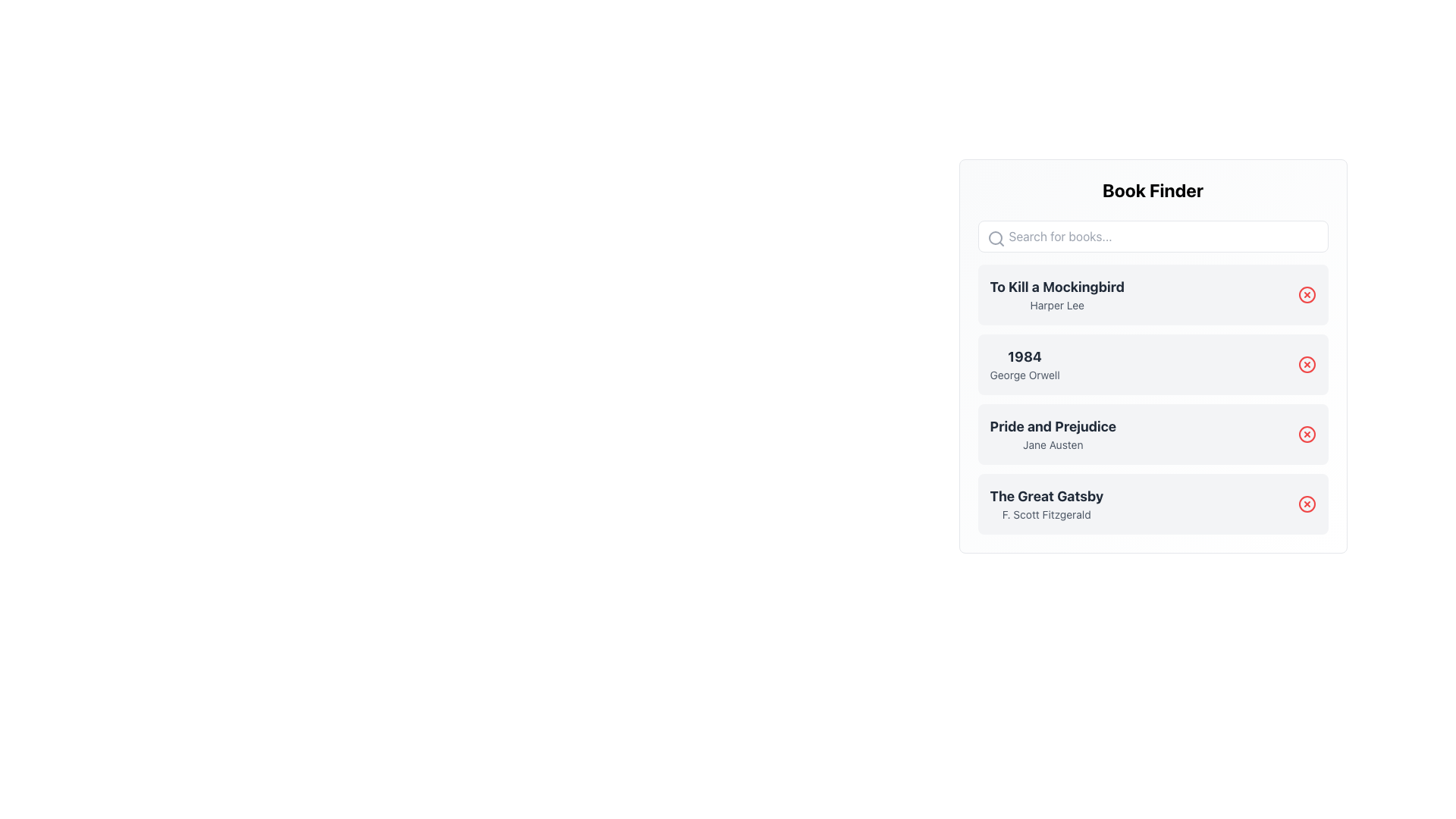 The height and width of the screenshot is (819, 1456). What do you see at coordinates (1306, 295) in the screenshot?
I see `the action button icon located at the far right of the first book item titled 'To Kill a Mockingbird'` at bounding box center [1306, 295].